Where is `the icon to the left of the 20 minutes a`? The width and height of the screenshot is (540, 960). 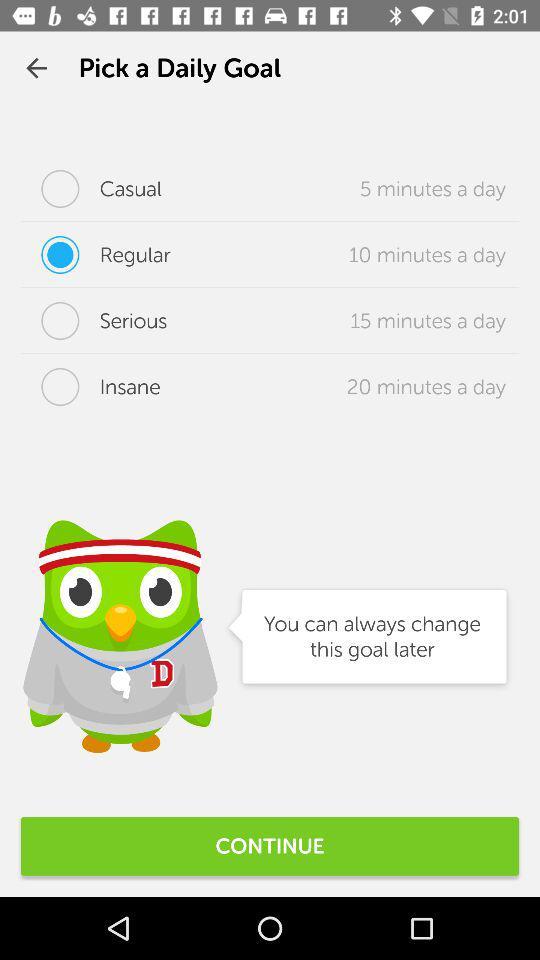
the icon to the left of the 20 minutes a is located at coordinates (89, 385).